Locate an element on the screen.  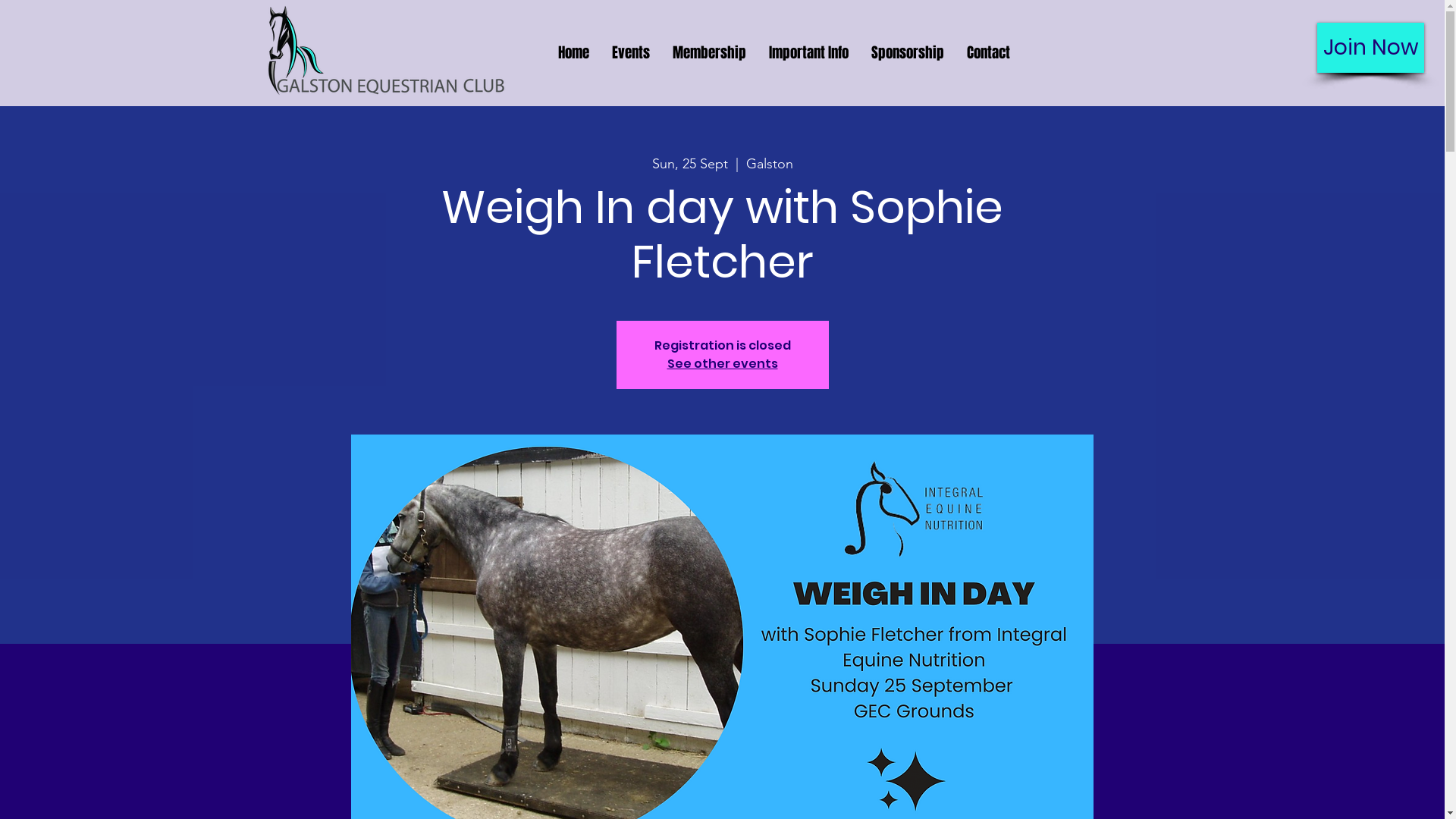
'Membership' is located at coordinates (708, 52).